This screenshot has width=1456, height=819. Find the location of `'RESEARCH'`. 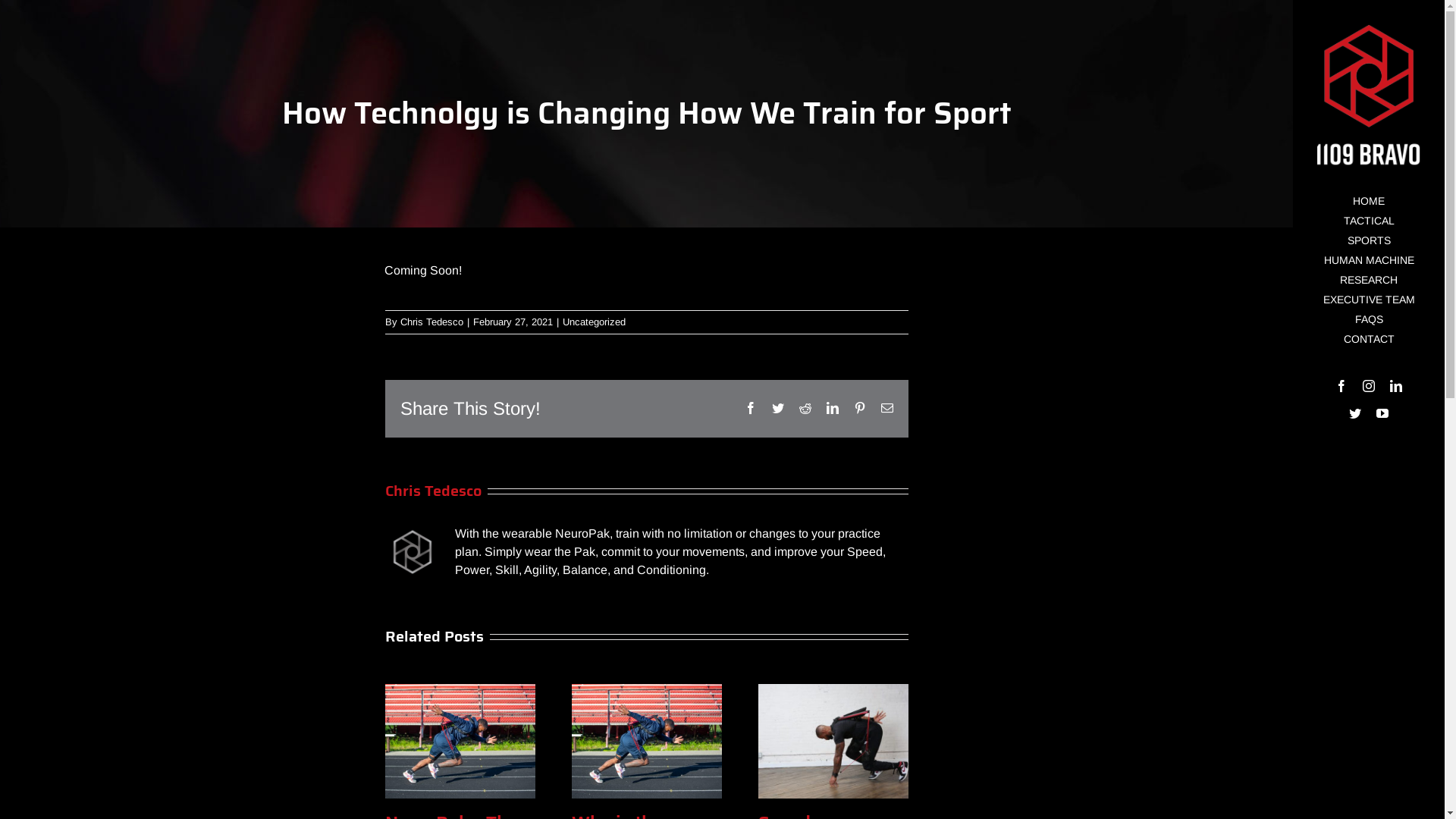

'RESEARCH' is located at coordinates (1291, 281).